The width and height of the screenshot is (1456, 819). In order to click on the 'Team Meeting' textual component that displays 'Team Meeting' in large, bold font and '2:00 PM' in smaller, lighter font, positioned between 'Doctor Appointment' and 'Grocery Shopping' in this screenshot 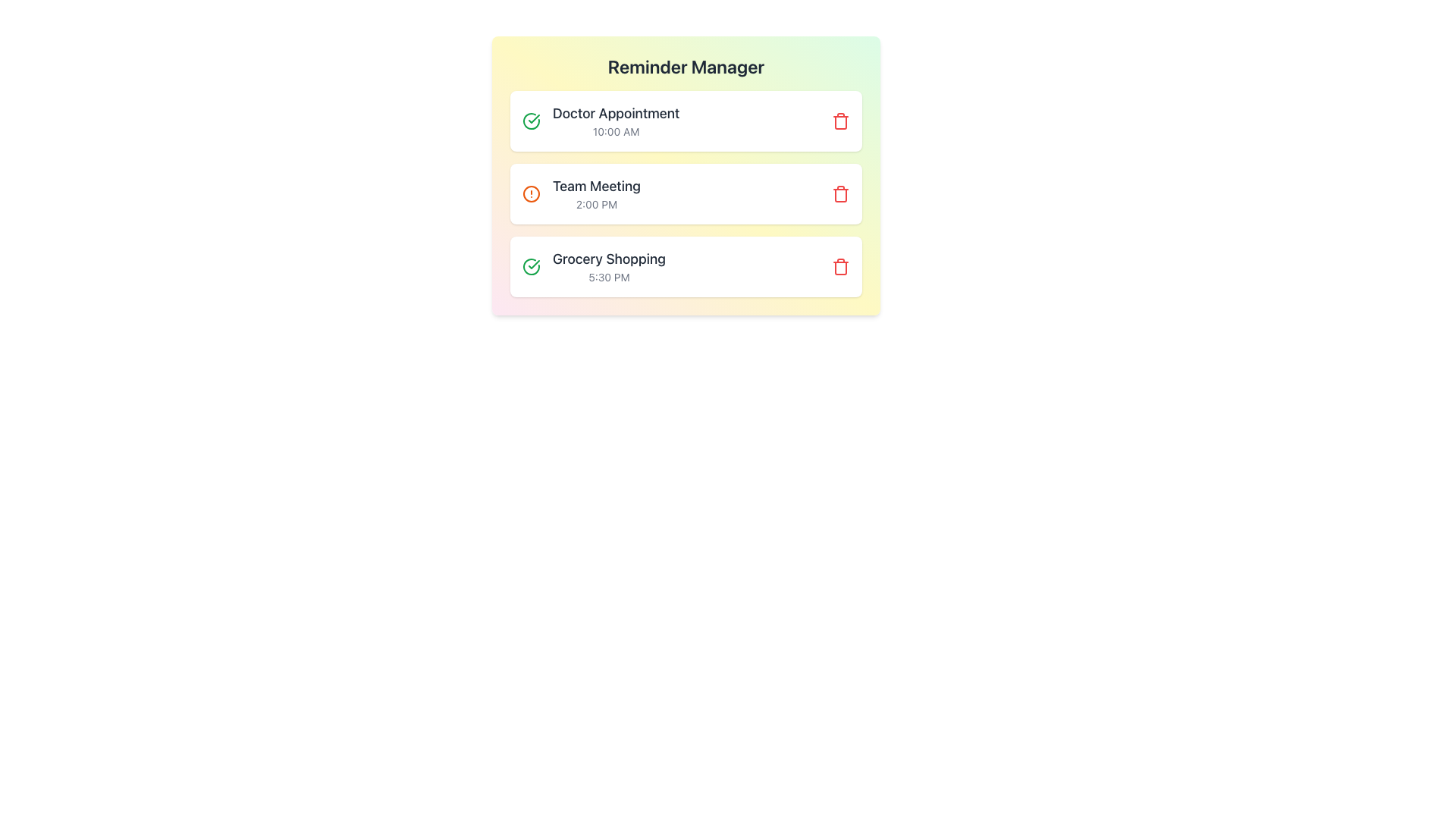, I will do `click(596, 193)`.